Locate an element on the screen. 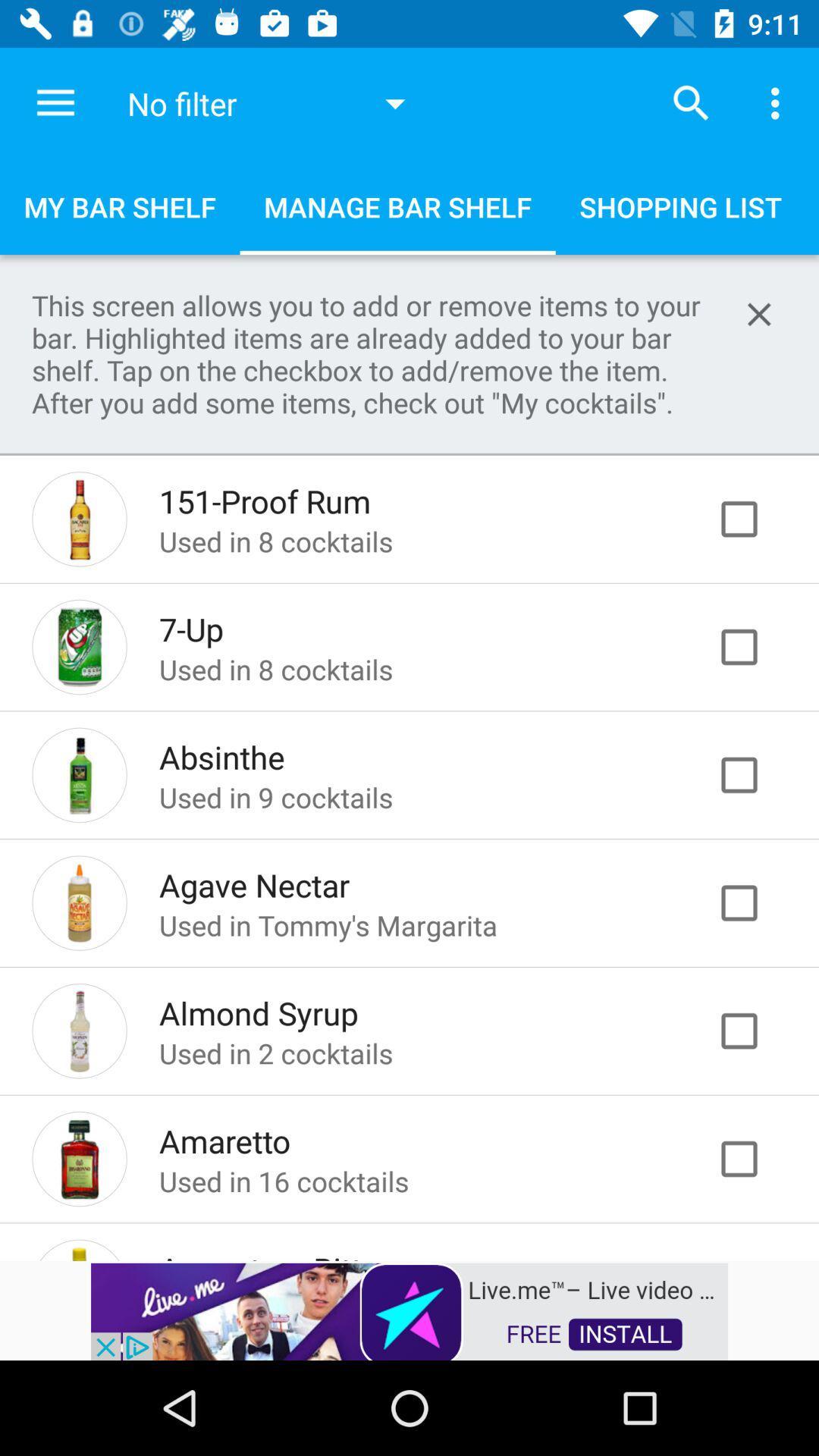  clik is located at coordinates (755, 647).